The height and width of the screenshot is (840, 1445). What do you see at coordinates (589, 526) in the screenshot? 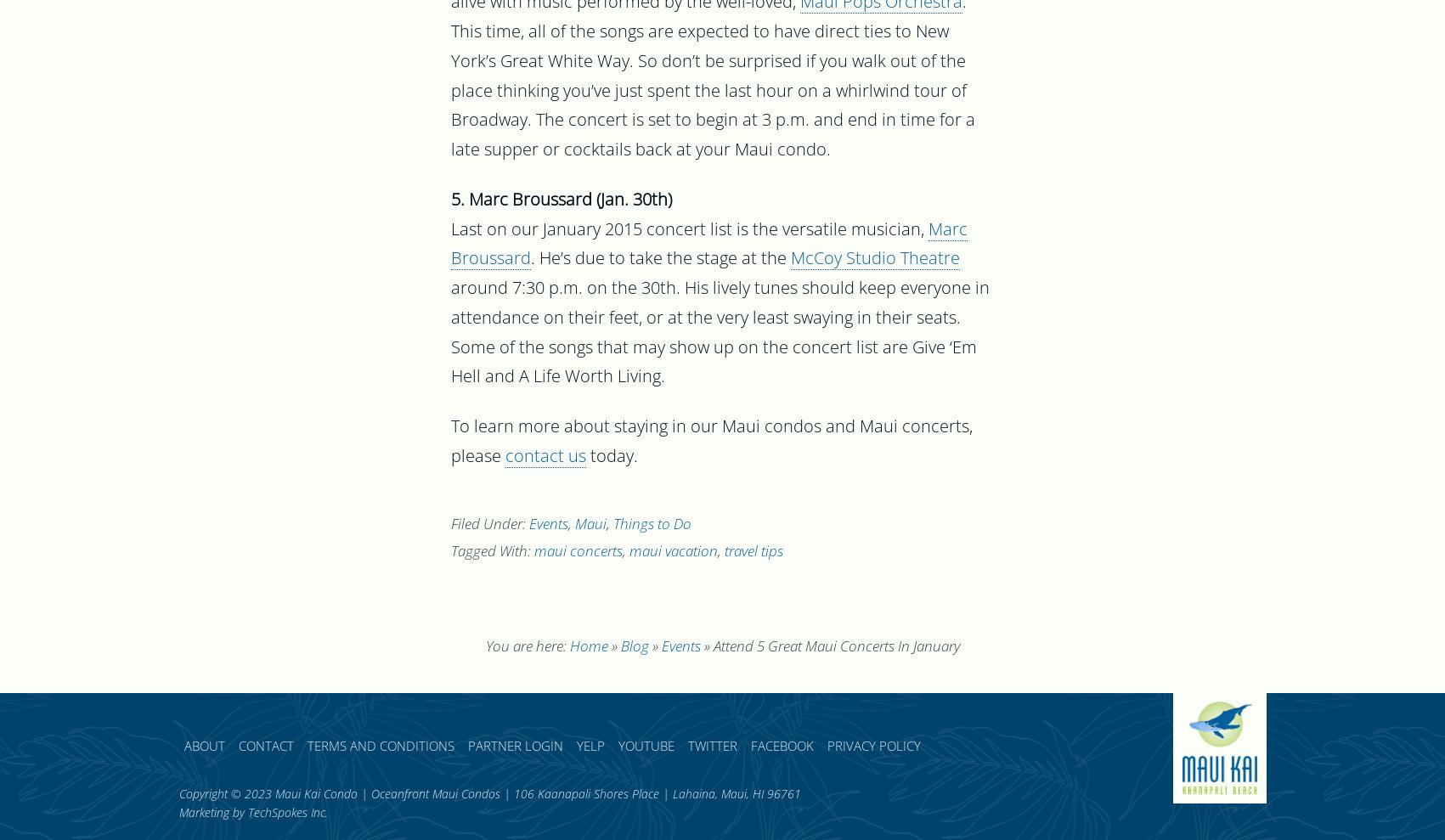
I see `'Maui'` at bounding box center [589, 526].